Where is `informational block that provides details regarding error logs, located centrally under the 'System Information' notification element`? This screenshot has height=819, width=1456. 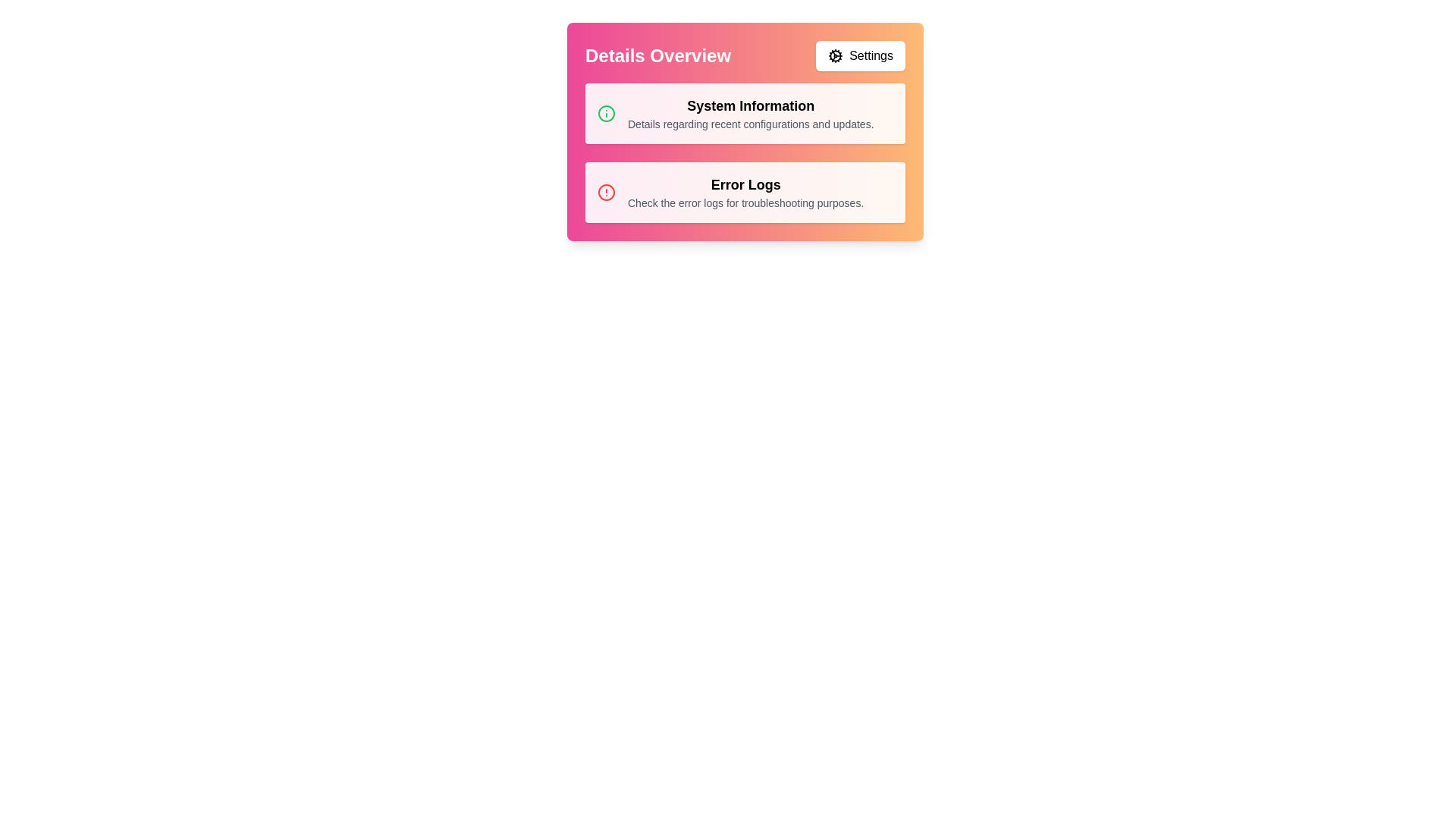
informational block that provides details regarding error logs, located centrally under the 'System Information' notification element is located at coordinates (745, 192).